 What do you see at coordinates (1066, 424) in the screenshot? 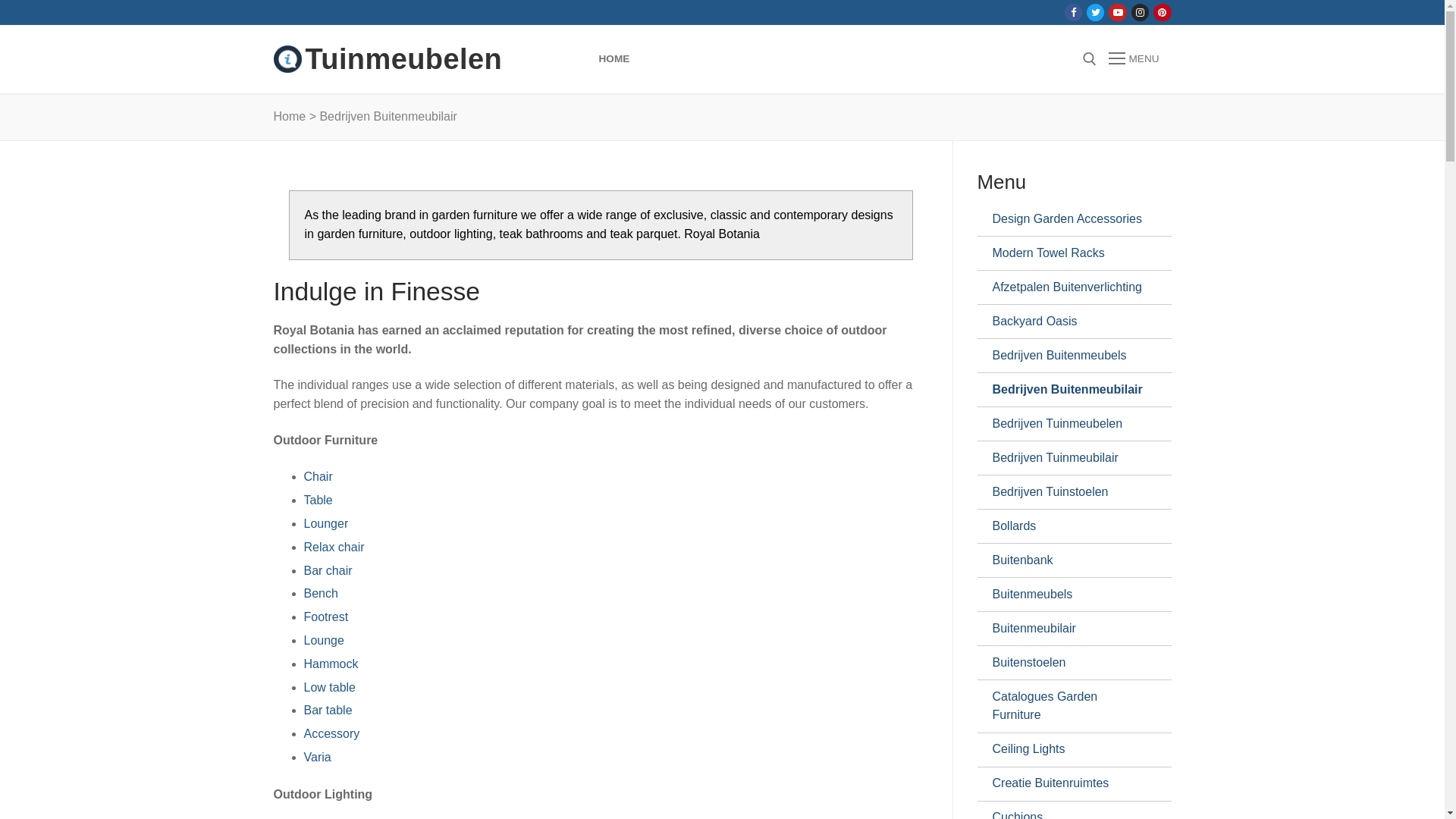
I see `'Bedrijven Tuinmeubelen'` at bounding box center [1066, 424].